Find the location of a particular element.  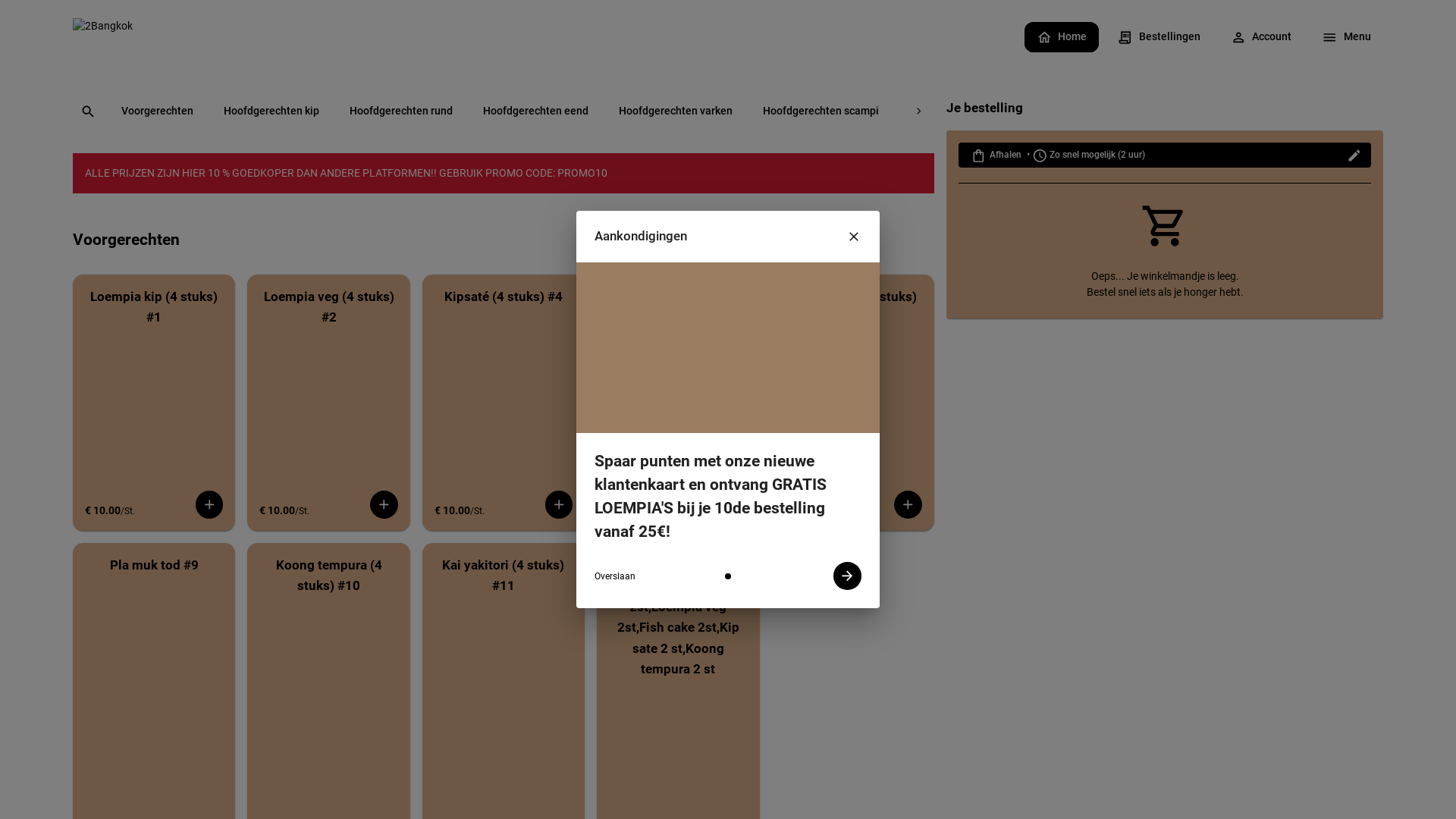

'Overslaan' is located at coordinates (615, 576).